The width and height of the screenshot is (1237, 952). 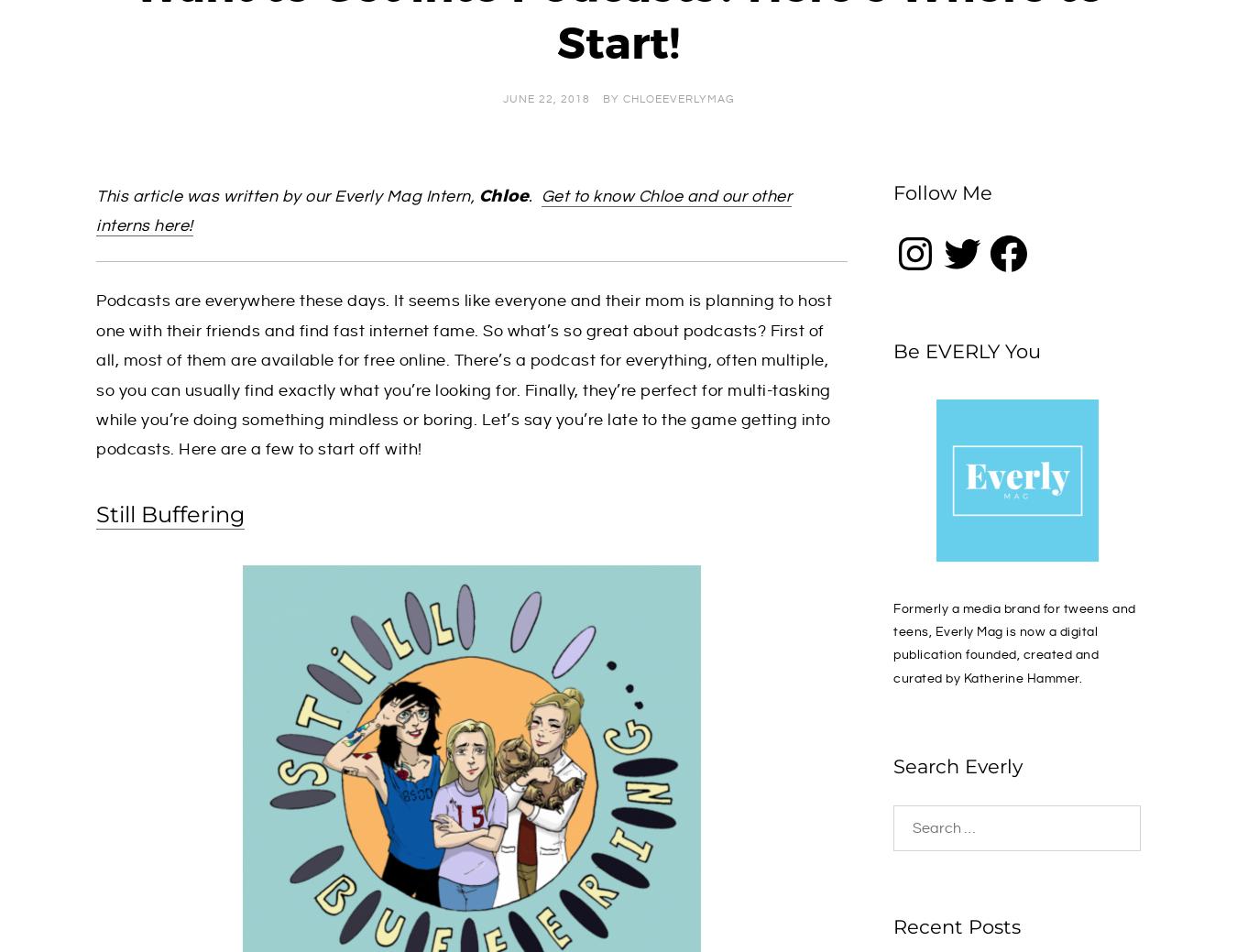 I want to click on 'June 22, 2018', so click(x=545, y=97).